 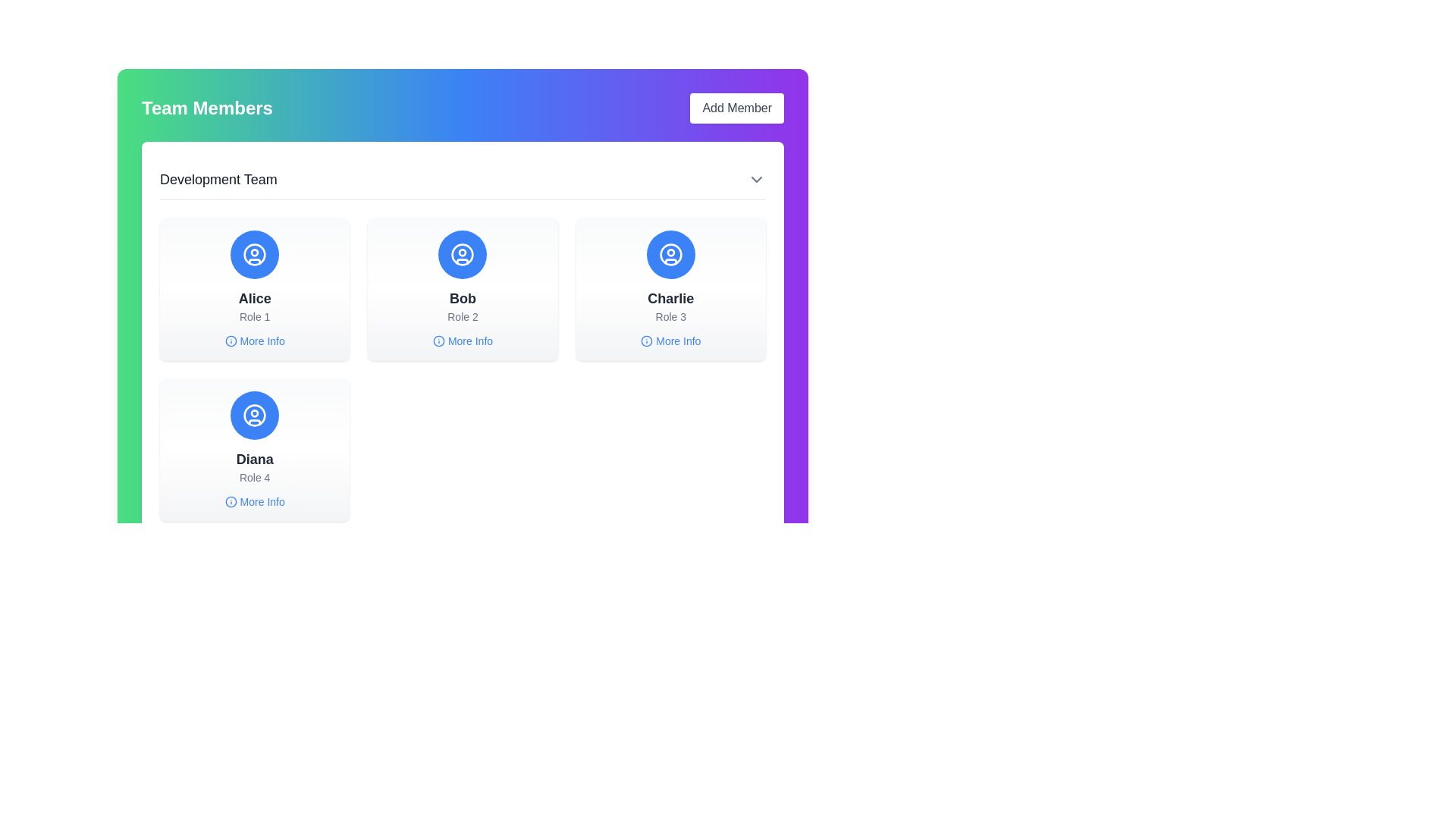 What do you see at coordinates (670, 315) in the screenshot?
I see `the label indicating the role assigned to 'Charlie', located below the 'Charlie' text label and above the 'More Info' button in the second row of the interface` at bounding box center [670, 315].